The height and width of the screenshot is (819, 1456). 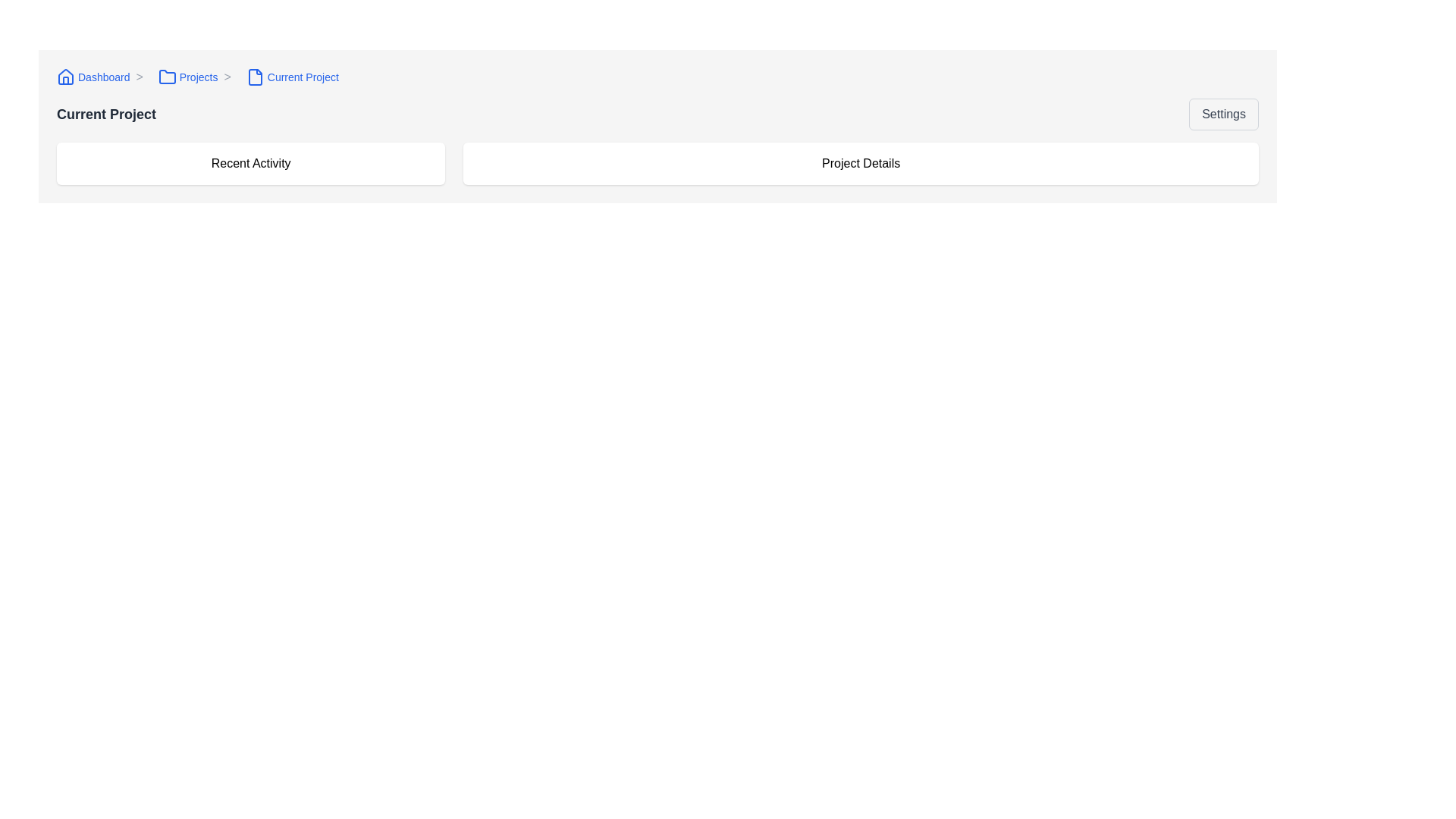 I want to click on the 'Current Project' text label, which is a bold, large font styled element in dark gray color located towards the upper-left portion of the page, below a breadcrumb navigation area, so click(x=105, y=113).